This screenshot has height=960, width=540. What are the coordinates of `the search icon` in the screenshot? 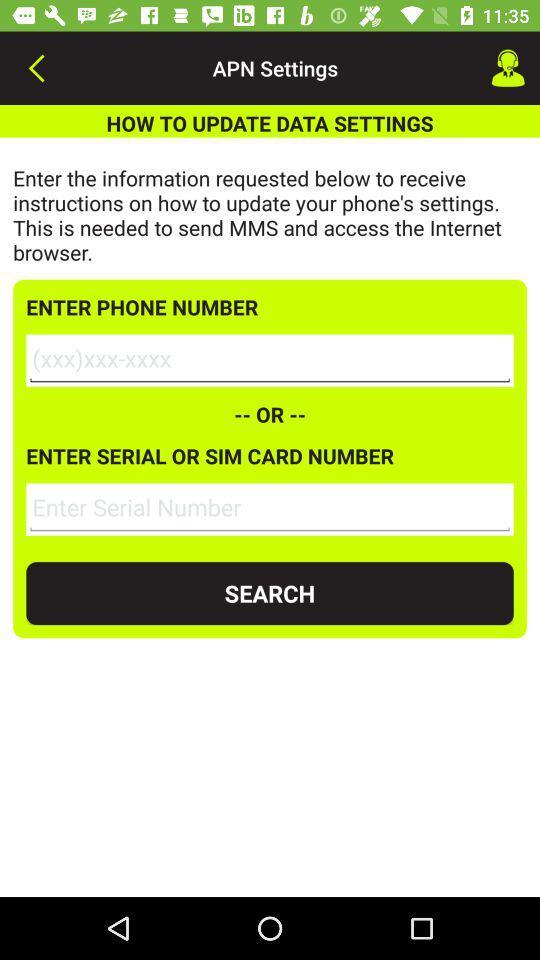 It's located at (270, 593).